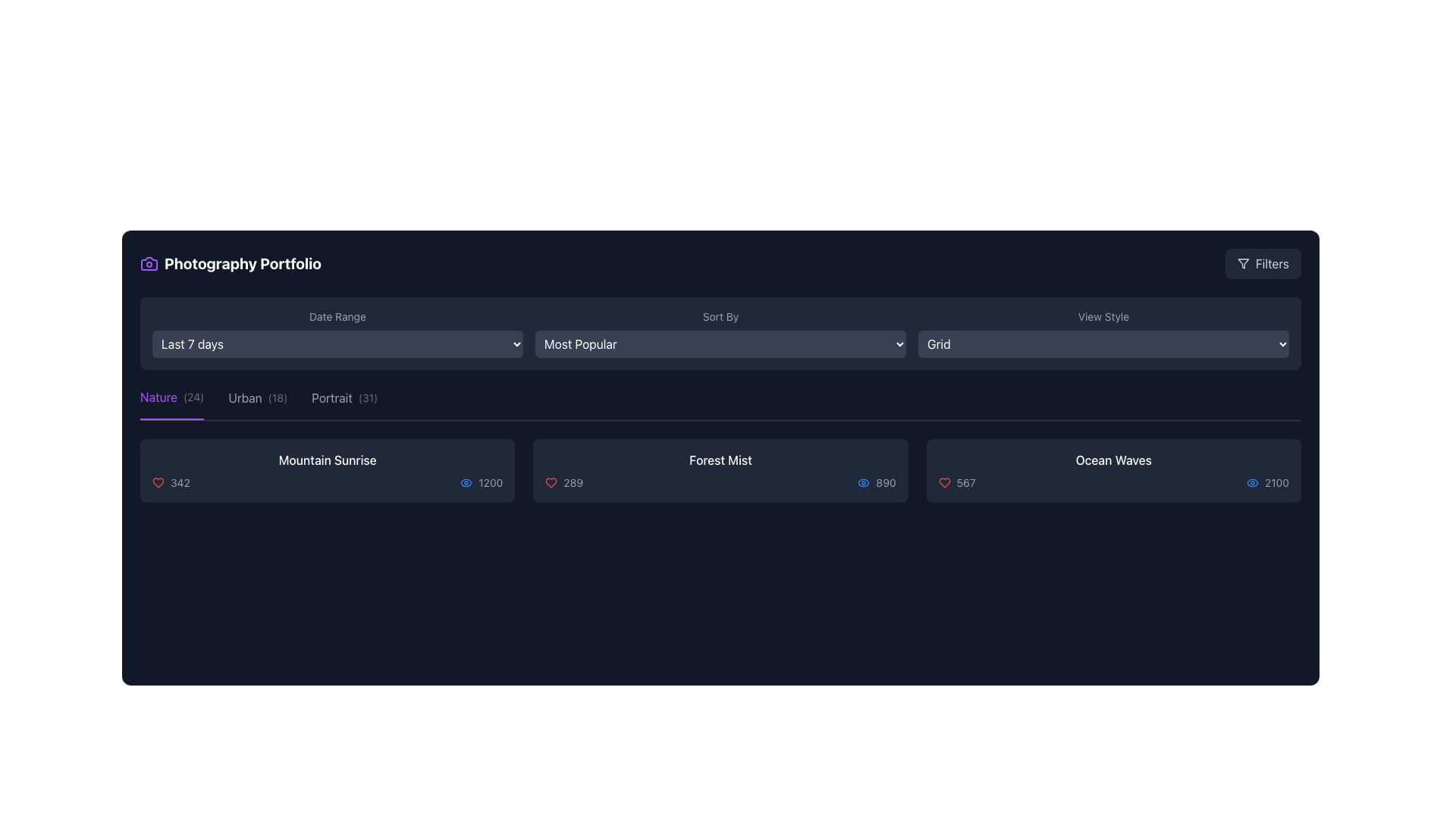  Describe the element at coordinates (278, 397) in the screenshot. I see `the small text label displaying '(18)' styled with a gray font color, located immediately to the right of the 'Urban' label in the category tabs row` at that location.